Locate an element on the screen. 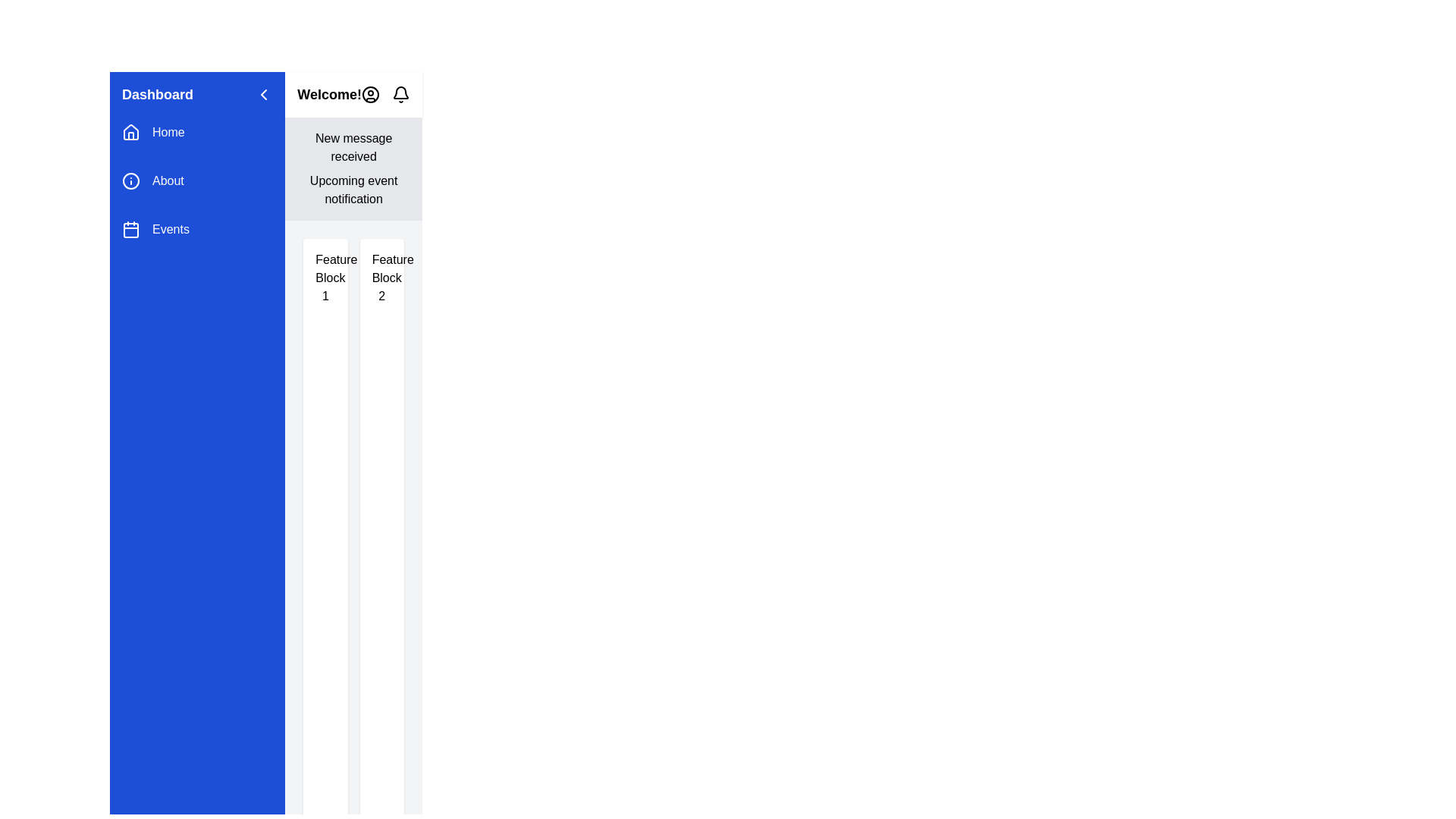  the 'Events' text label in the blue left-hand sidebar, which is the third item in the navigation menu below 'Home' and 'About' is located at coordinates (171, 230).